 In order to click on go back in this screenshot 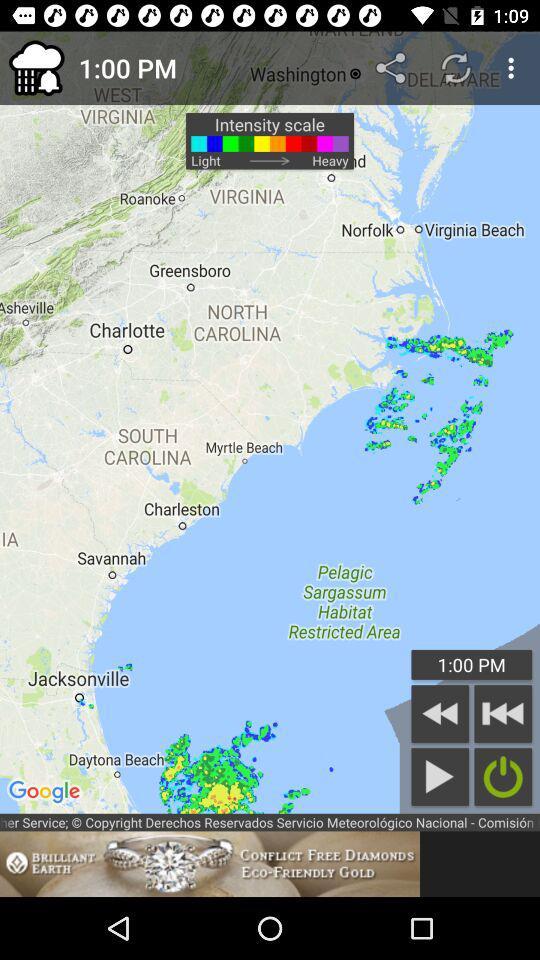, I will do `click(440, 713)`.